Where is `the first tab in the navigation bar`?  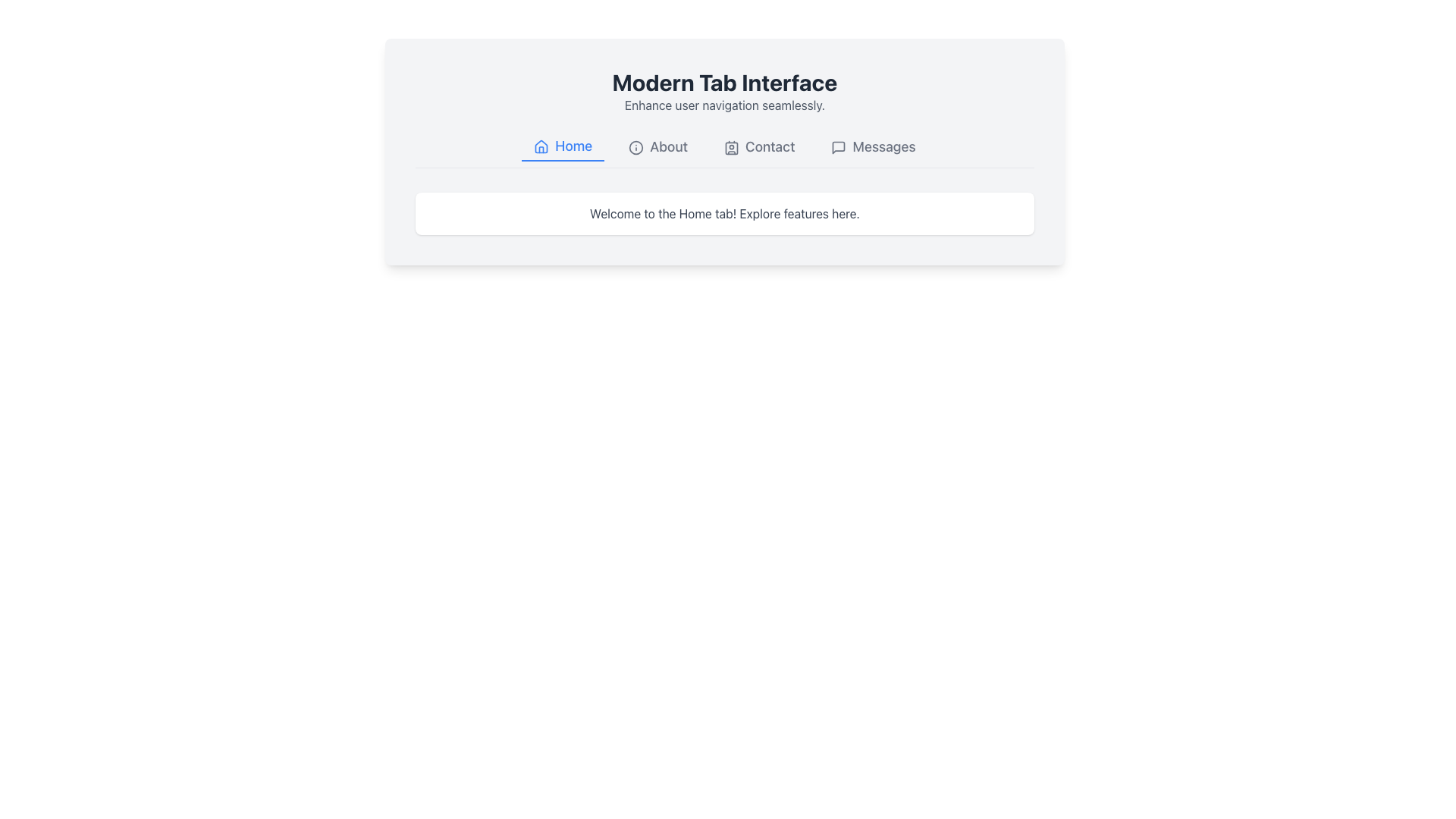 the first tab in the navigation bar is located at coordinates (562, 146).